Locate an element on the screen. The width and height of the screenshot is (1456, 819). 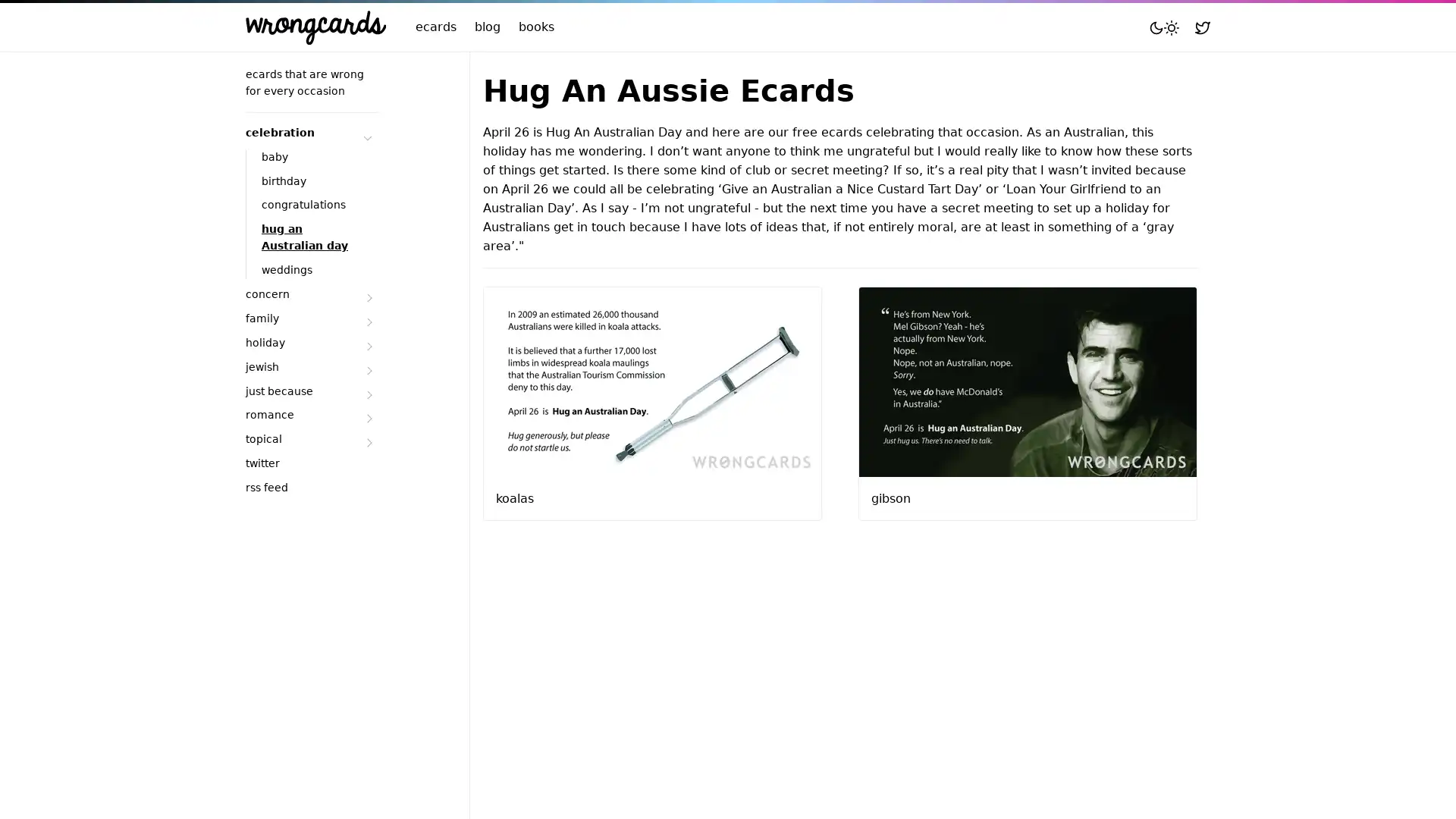
Submenu is located at coordinates (367, 394).